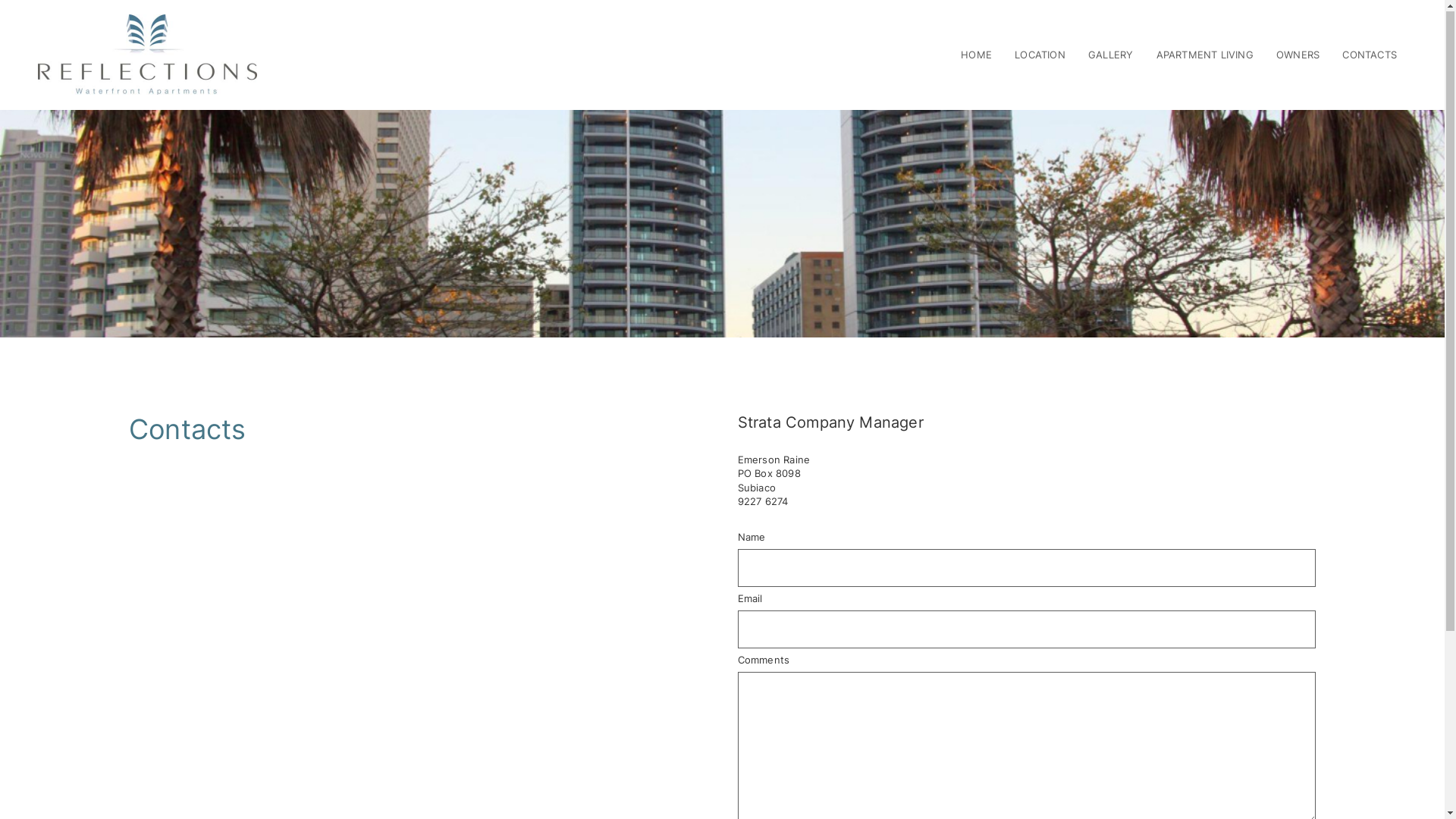 Image resolution: width=1456 pixels, height=819 pixels. I want to click on 'APARTMENT LIVING', so click(1156, 55).